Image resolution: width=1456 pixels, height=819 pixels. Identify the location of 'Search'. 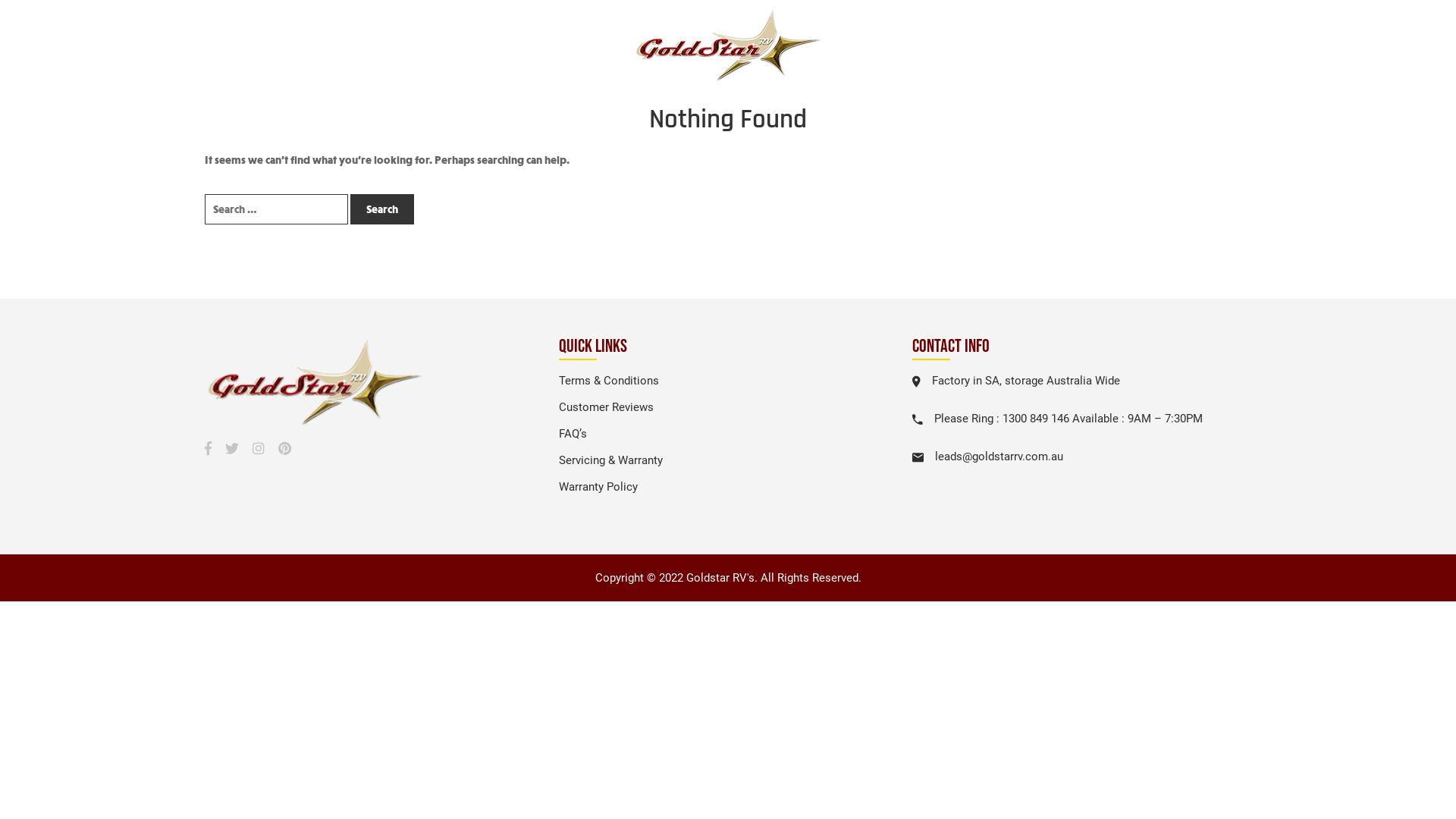
(382, 209).